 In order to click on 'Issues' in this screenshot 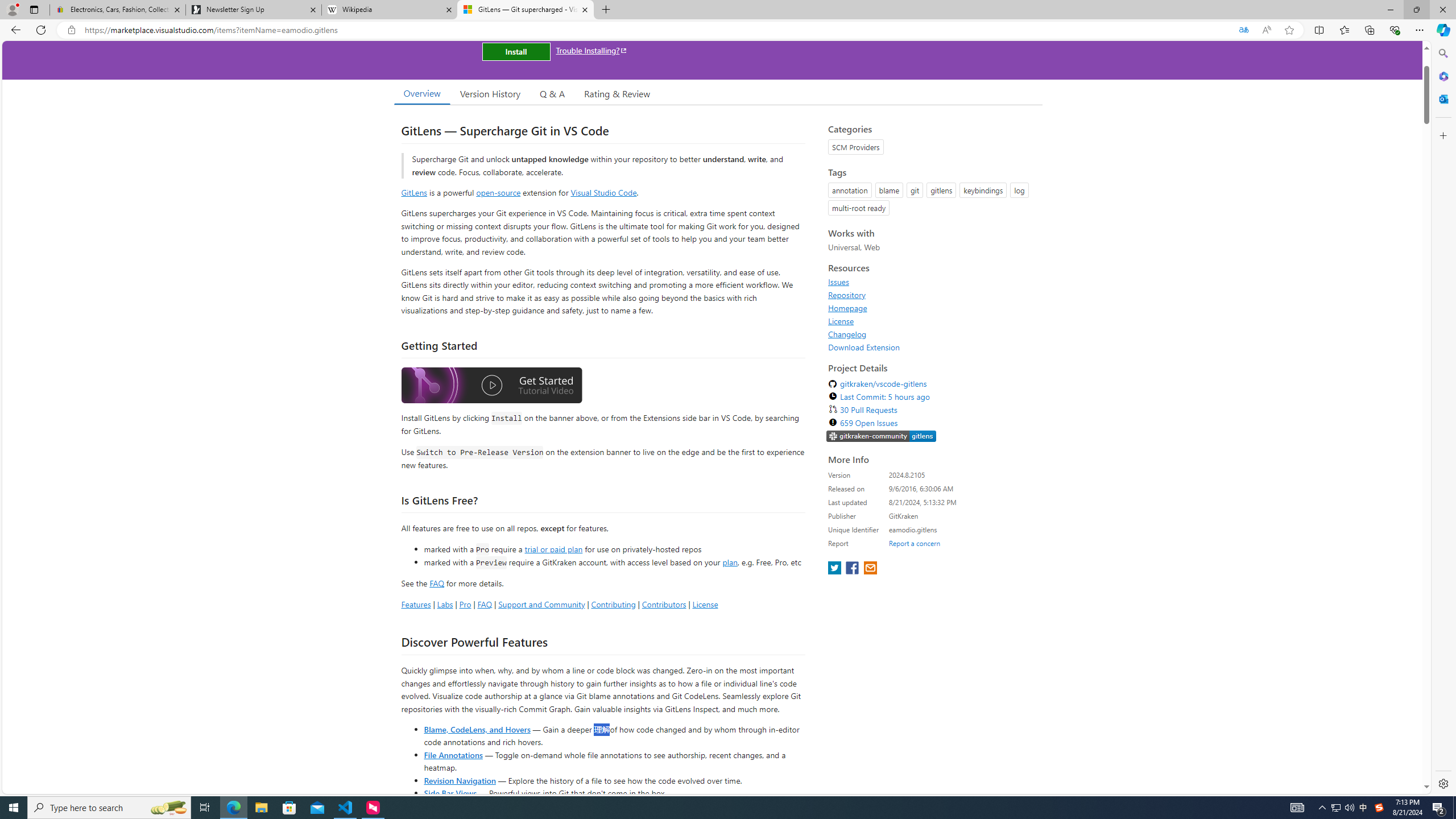, I will do `click(932, 282)`.